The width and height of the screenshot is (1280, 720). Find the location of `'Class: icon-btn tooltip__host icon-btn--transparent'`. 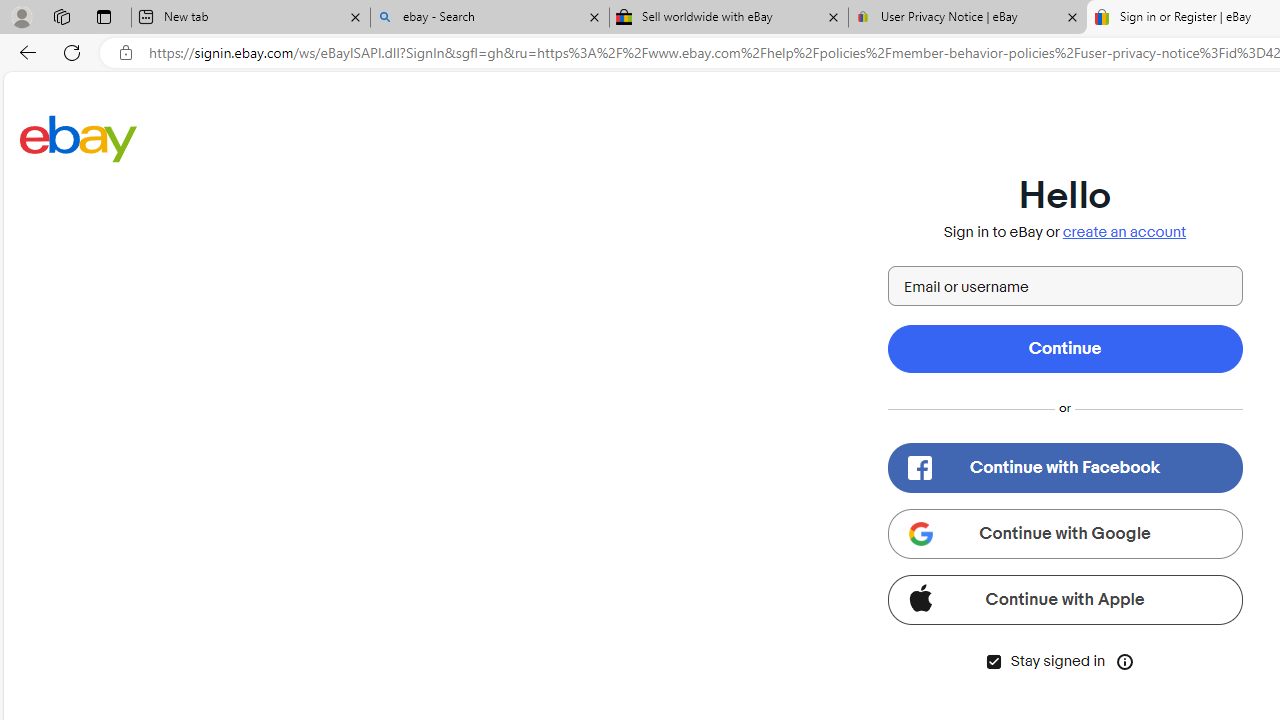

'Class: icon-btn tooltip__host icon-btn--transparent' is located at coordinates (1125, 660).